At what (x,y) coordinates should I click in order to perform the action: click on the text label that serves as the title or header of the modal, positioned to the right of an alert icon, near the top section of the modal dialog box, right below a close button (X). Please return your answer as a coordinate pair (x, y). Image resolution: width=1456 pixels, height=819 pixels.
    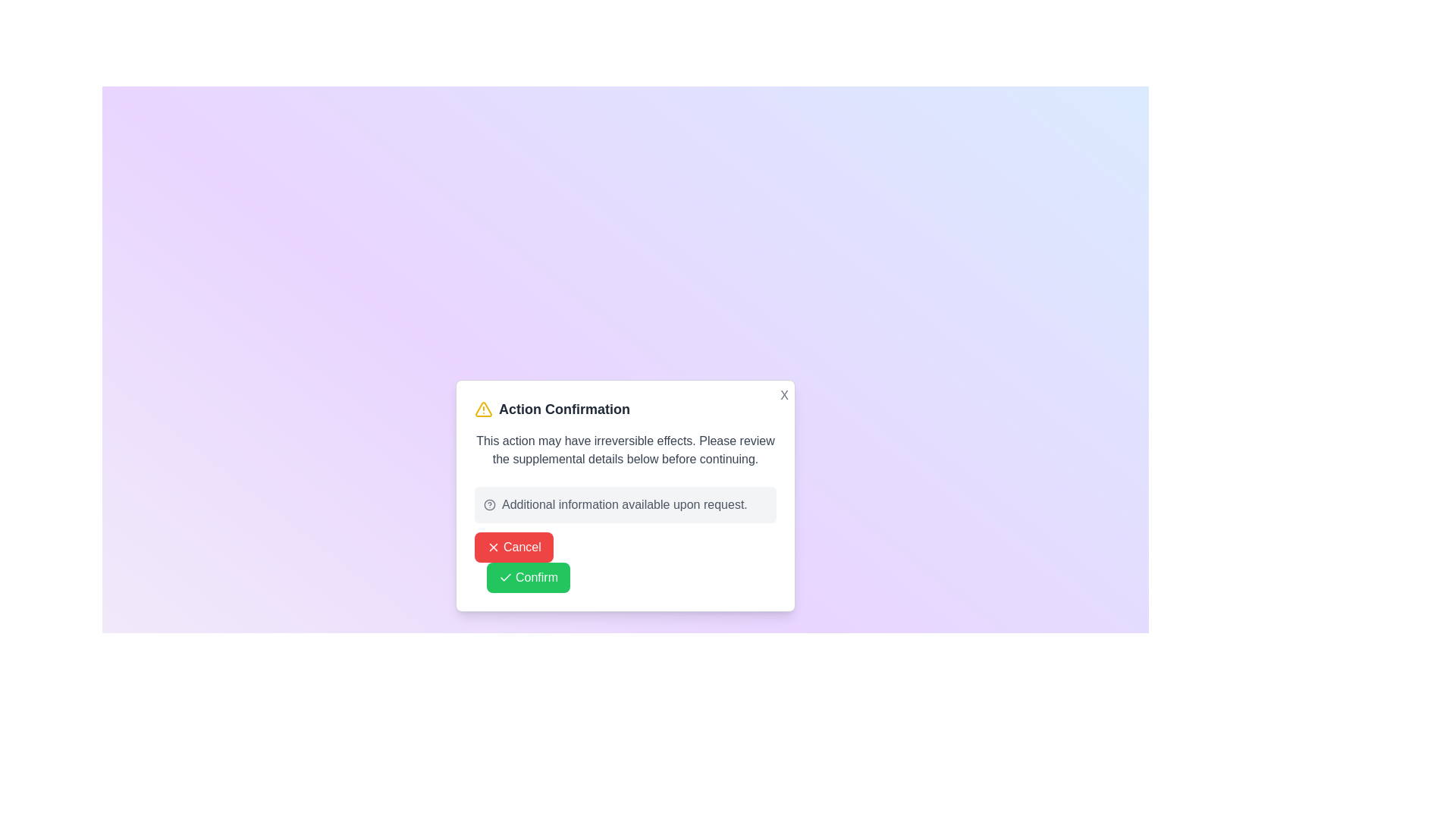
    Looking at the image, I should click on (563, 409).